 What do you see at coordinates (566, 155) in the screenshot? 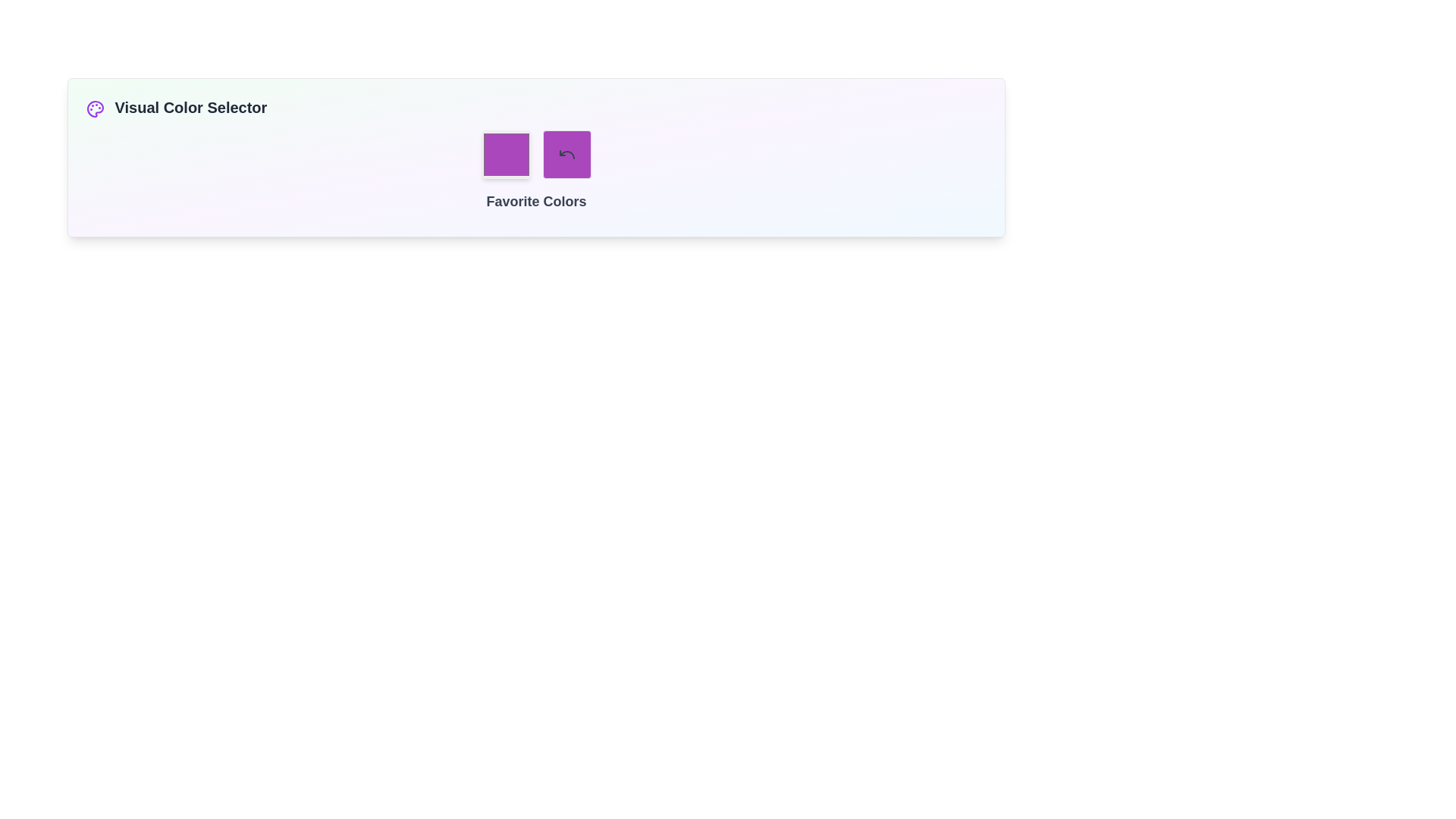
I see `the reset Icon button located in the right purple square of the 'Favorite Colors' section` at bounding box center [566, 155].